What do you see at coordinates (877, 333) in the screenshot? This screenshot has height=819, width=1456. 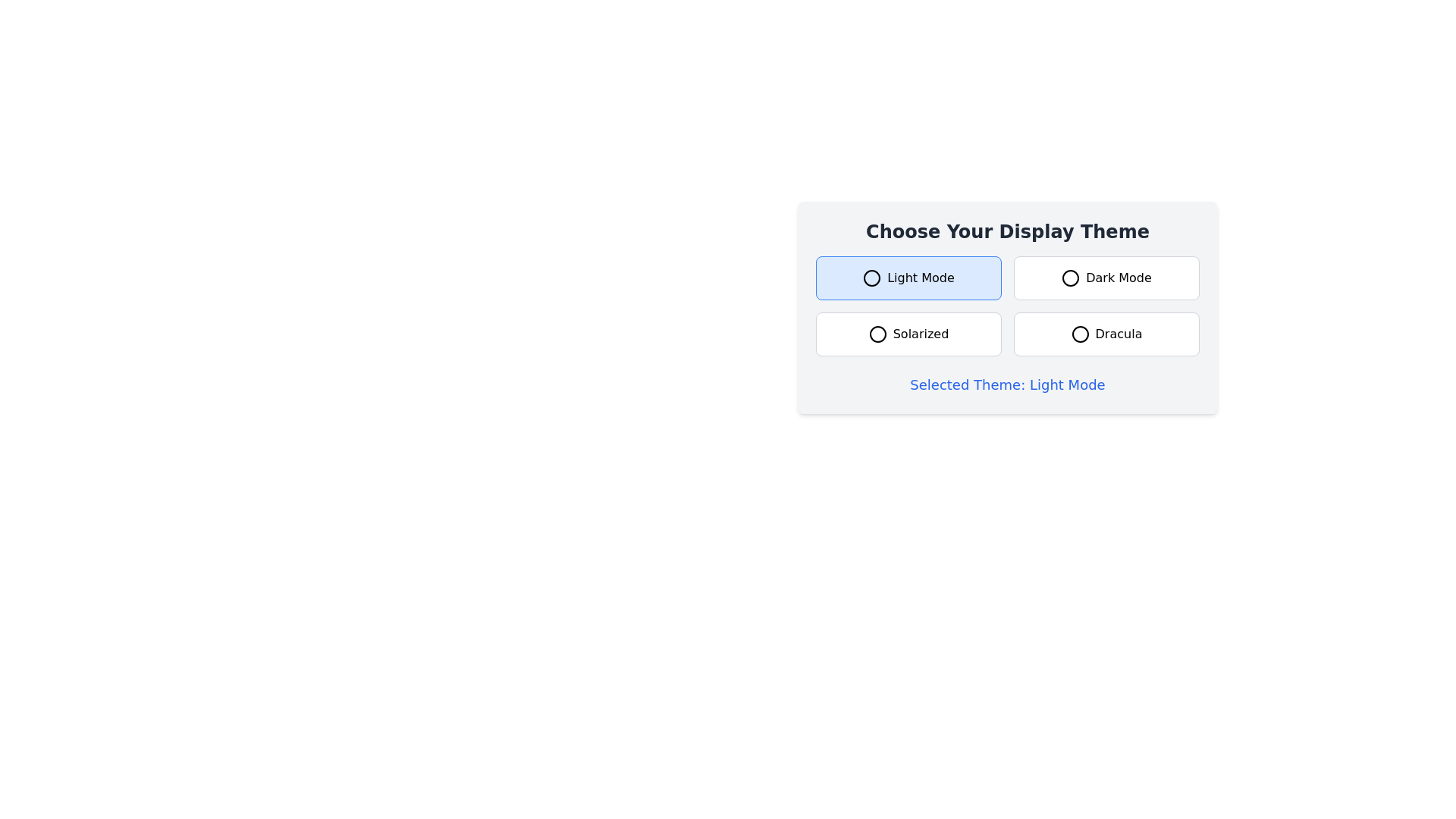 I see `the circular icon with a black outline located to the left of the 'Solarized' text within its button` at bounding box center [877, 333].